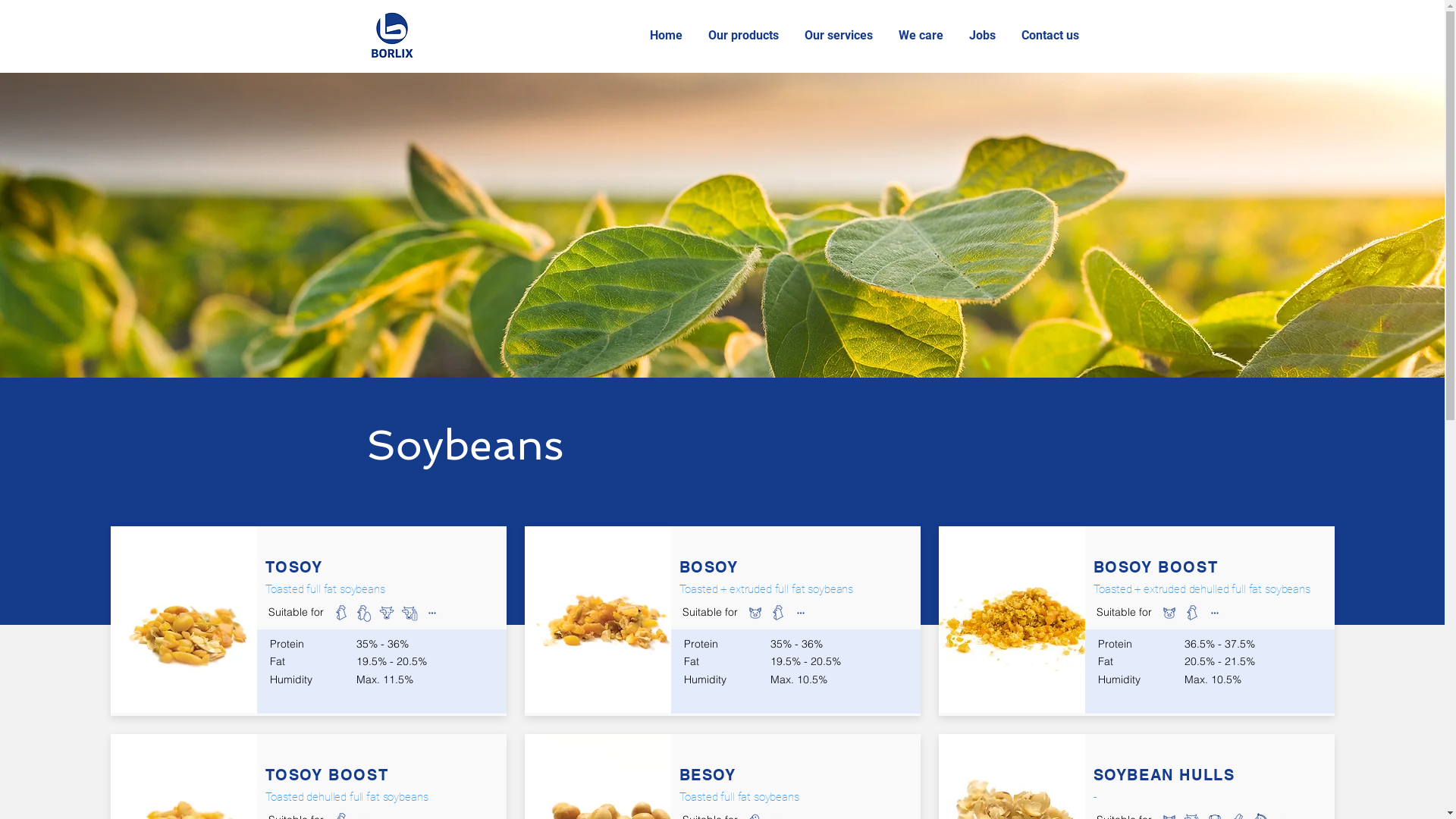 Image resolution: width=1456 pixels, height=819 pixels. What do you see at coordinates (408, 610) in the screenshot?
I see `'Dairy cows'` at bounding box center [408, 610].